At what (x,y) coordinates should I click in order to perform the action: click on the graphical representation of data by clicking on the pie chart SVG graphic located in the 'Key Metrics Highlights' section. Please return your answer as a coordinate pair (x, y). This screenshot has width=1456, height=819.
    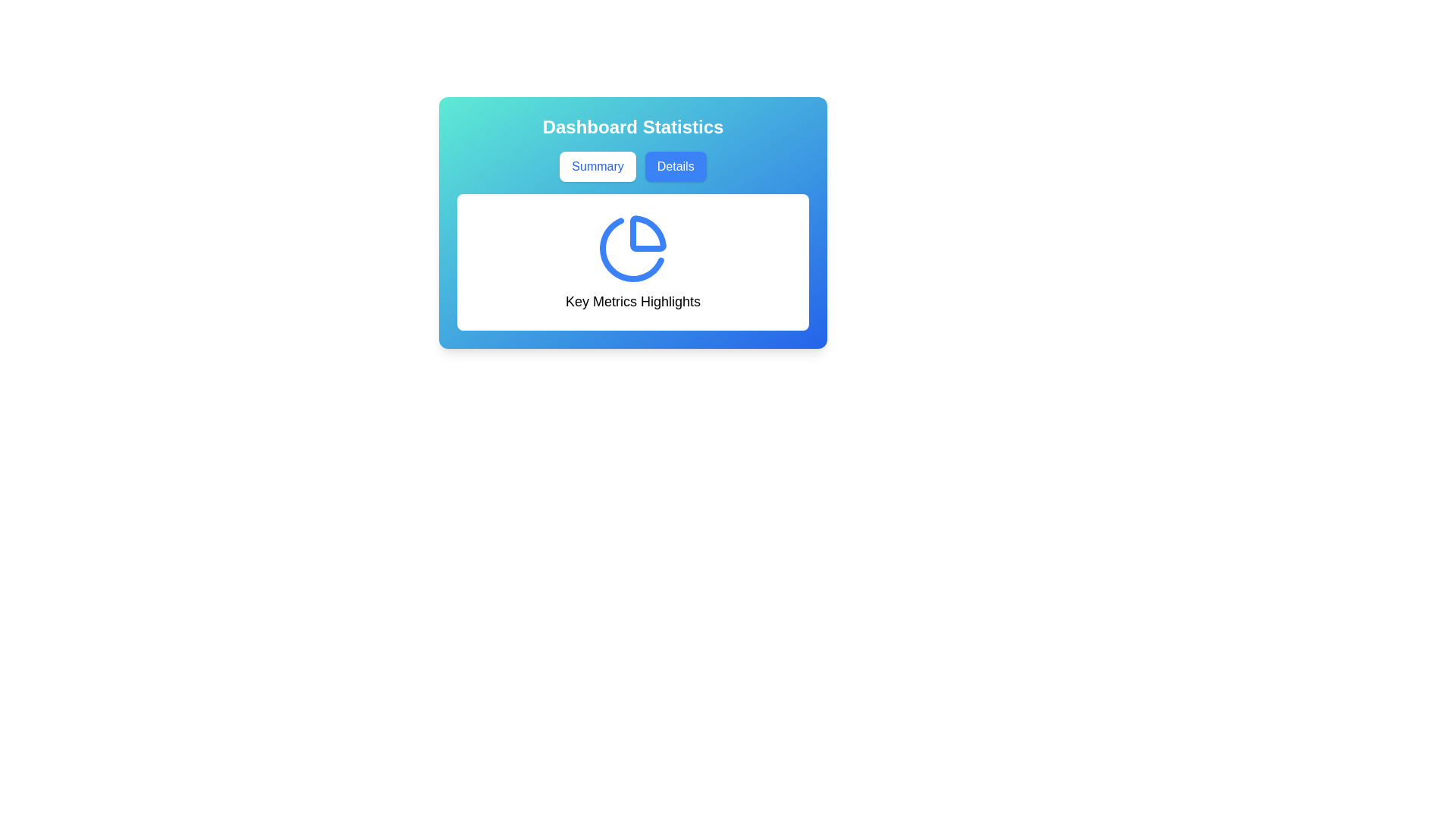
    Looking at the image, I should click on (633, 247).